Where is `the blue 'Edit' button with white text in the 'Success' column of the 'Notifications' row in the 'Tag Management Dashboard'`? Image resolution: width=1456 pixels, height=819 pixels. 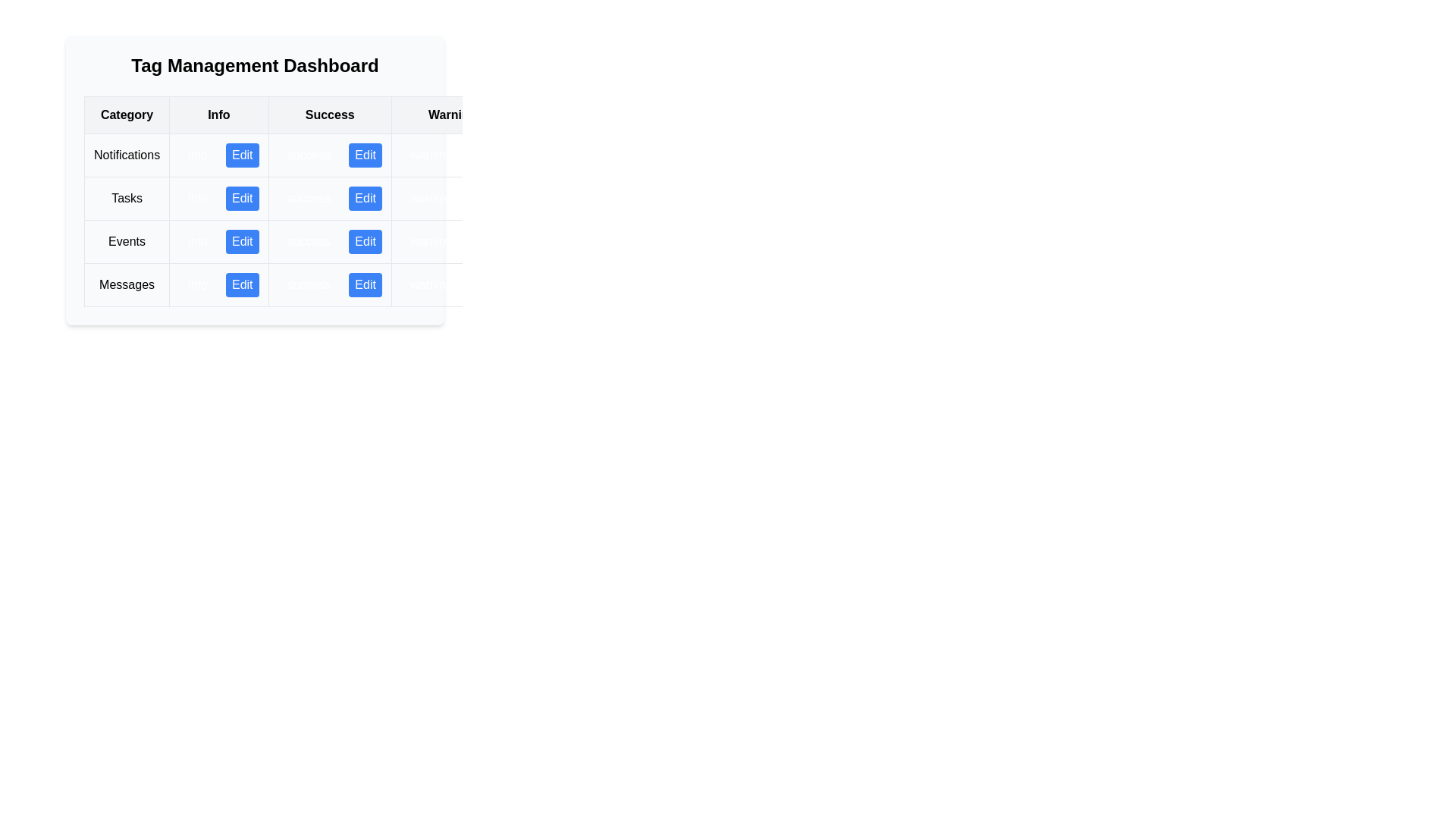 the blue 'Edit' button with white text in the 'Success' column of the 'Notifications' row in the 'Tag Management Dashboard' is located at coordinates (366, 155).